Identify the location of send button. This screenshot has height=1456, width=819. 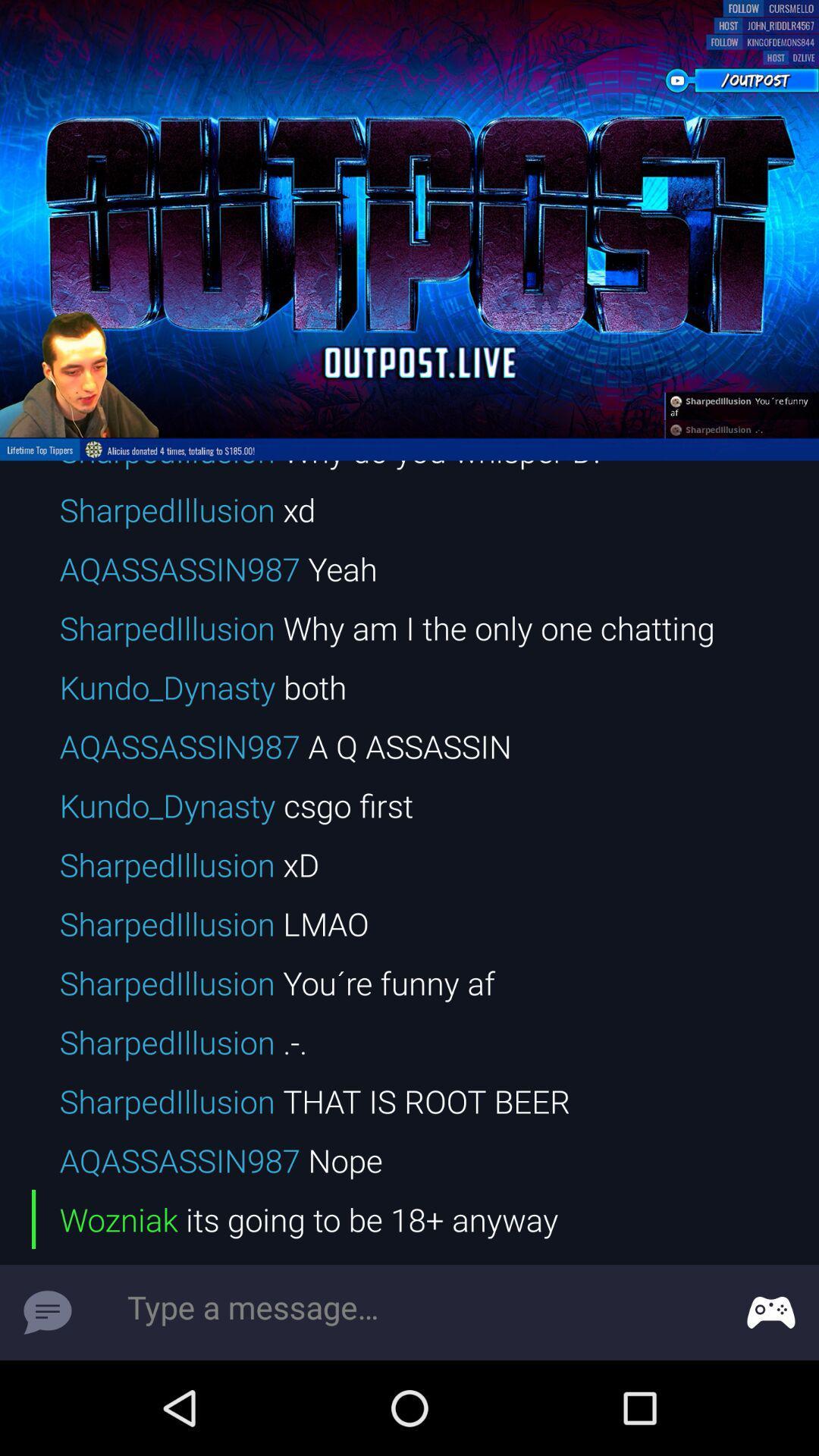
(46, 1312).